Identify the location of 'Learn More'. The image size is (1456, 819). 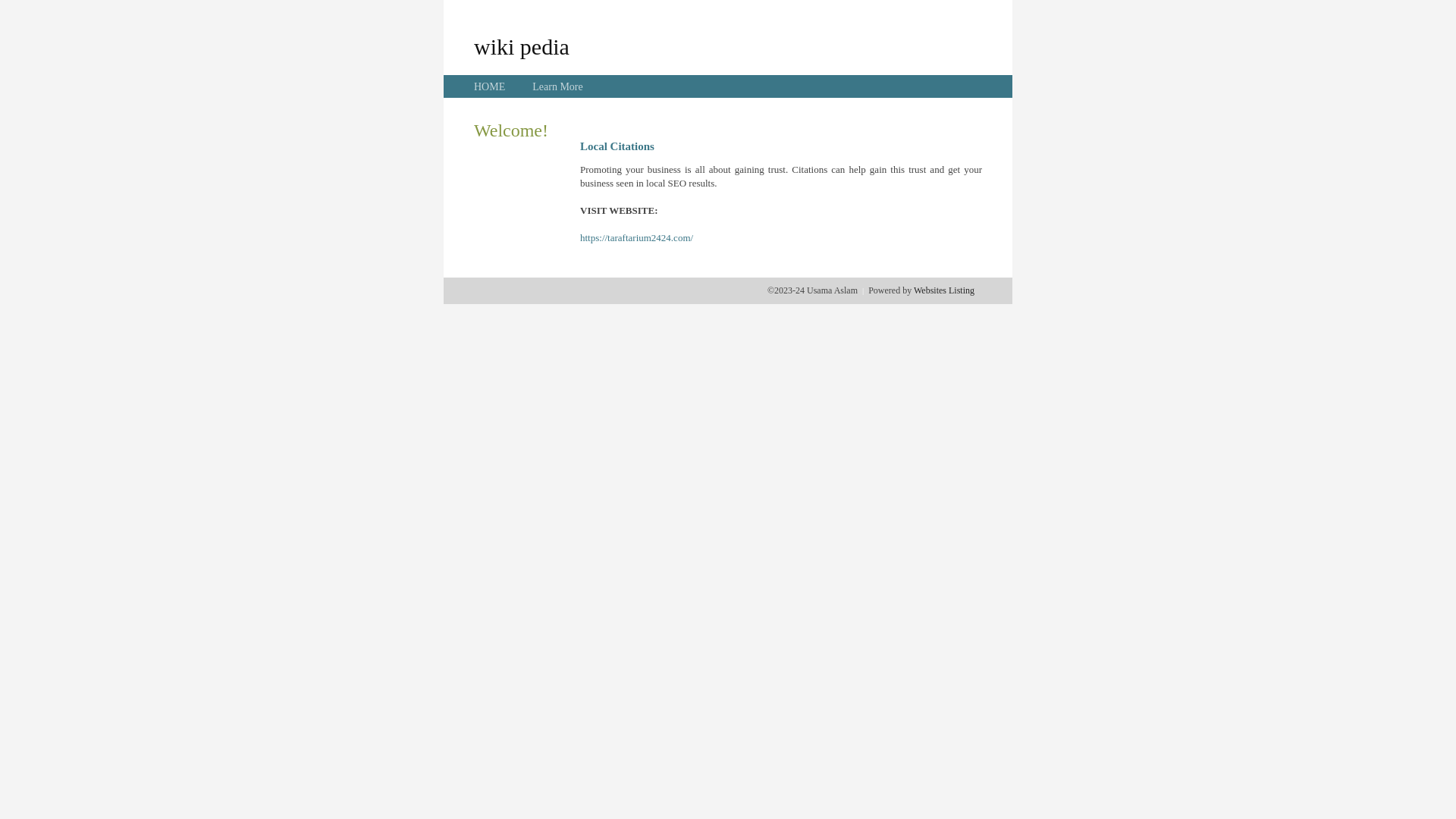
(556, 86).